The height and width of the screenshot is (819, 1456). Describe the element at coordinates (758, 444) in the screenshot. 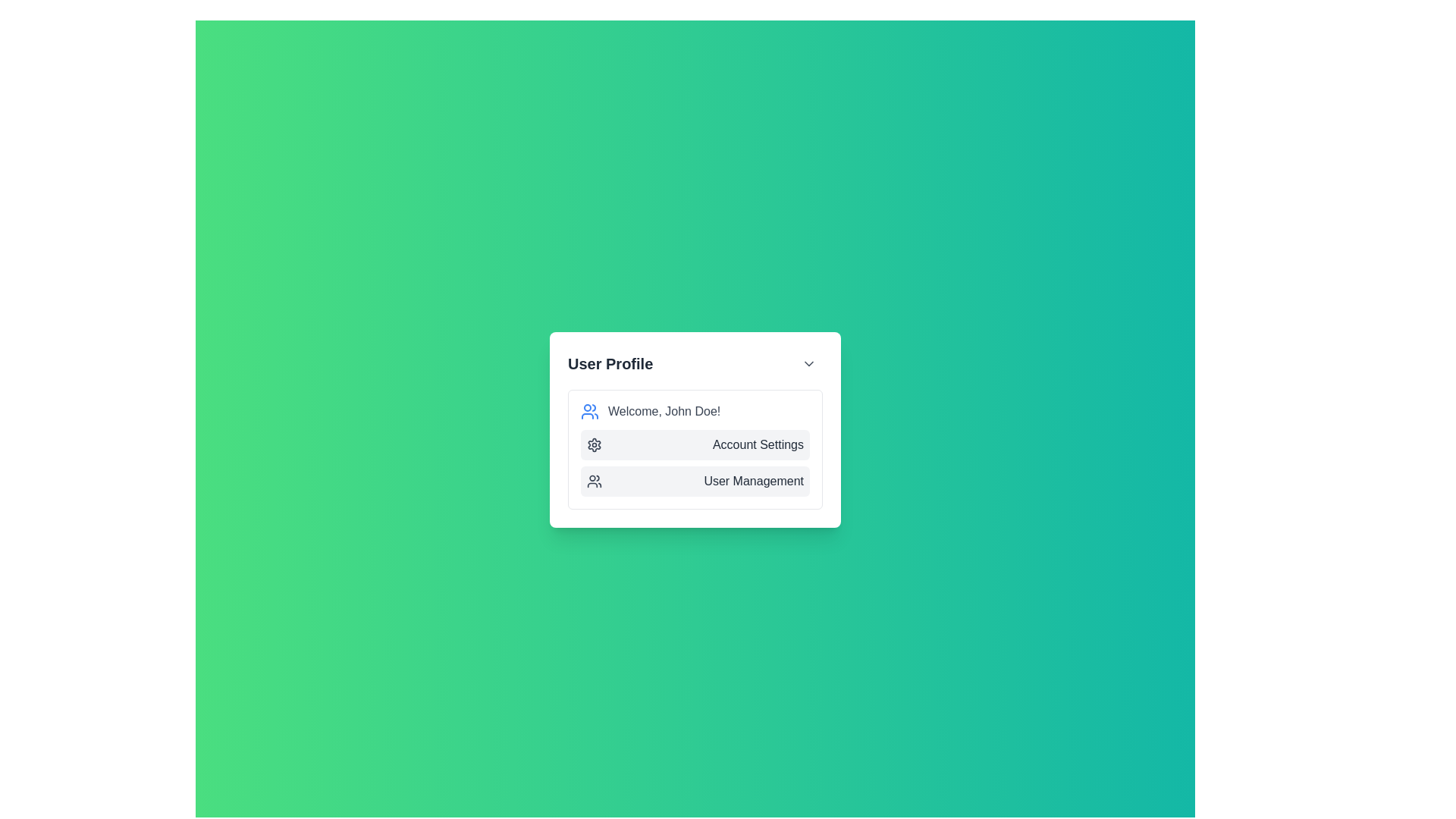

I see `the 'Account Settings' text label, which is styled with gray color and positioned next to a settings icon in the dropdown under 'User Profile.'` at that location.